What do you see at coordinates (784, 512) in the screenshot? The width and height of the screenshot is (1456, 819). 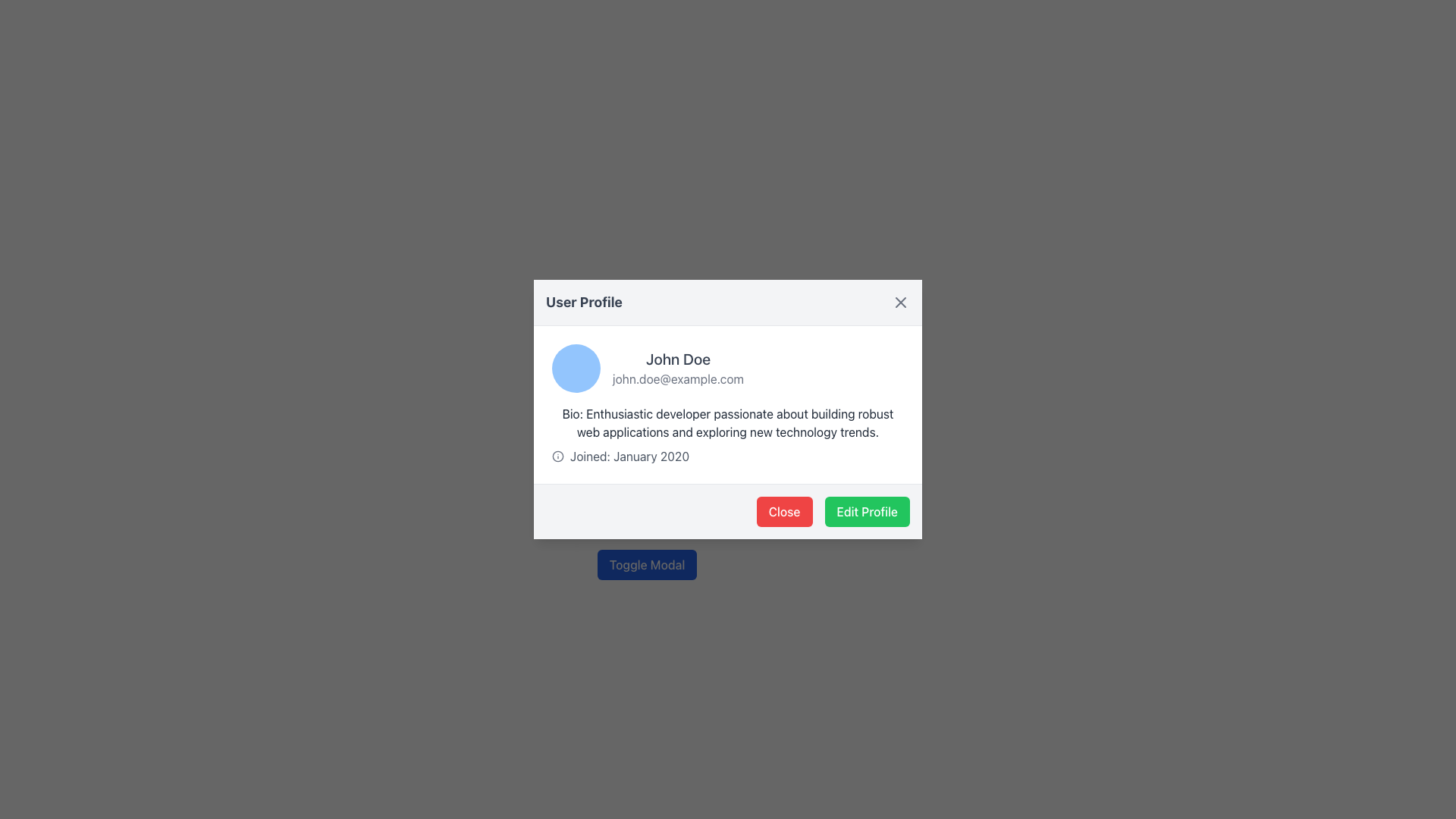 I see `the red 'Close' button with white text` at bounding box center [784, 512].